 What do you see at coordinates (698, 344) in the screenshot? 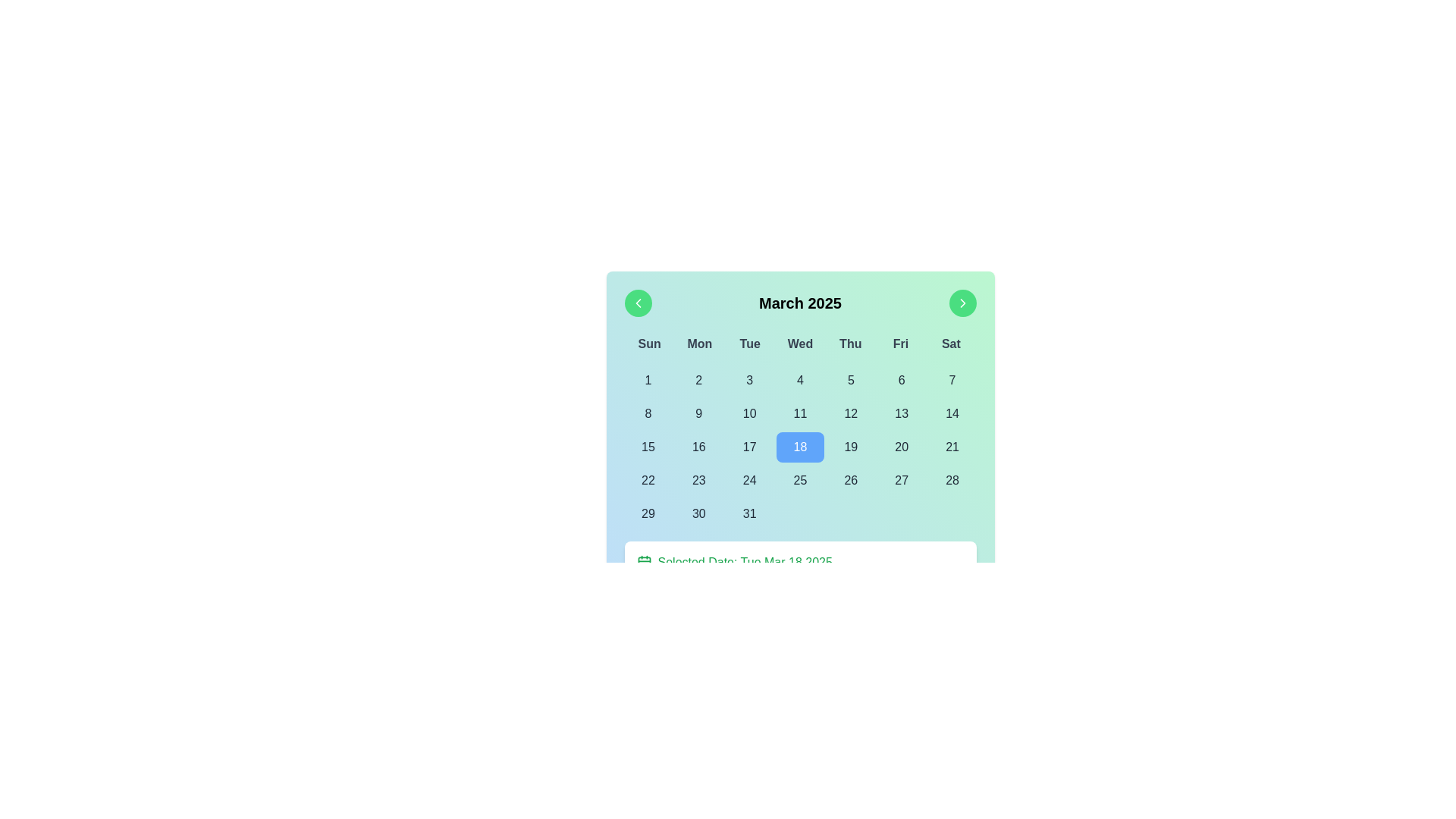
I see `the 'Monday' text label, which is the second item in the series of weekday headers in the calendar interface` at bounding box center [698, 344].